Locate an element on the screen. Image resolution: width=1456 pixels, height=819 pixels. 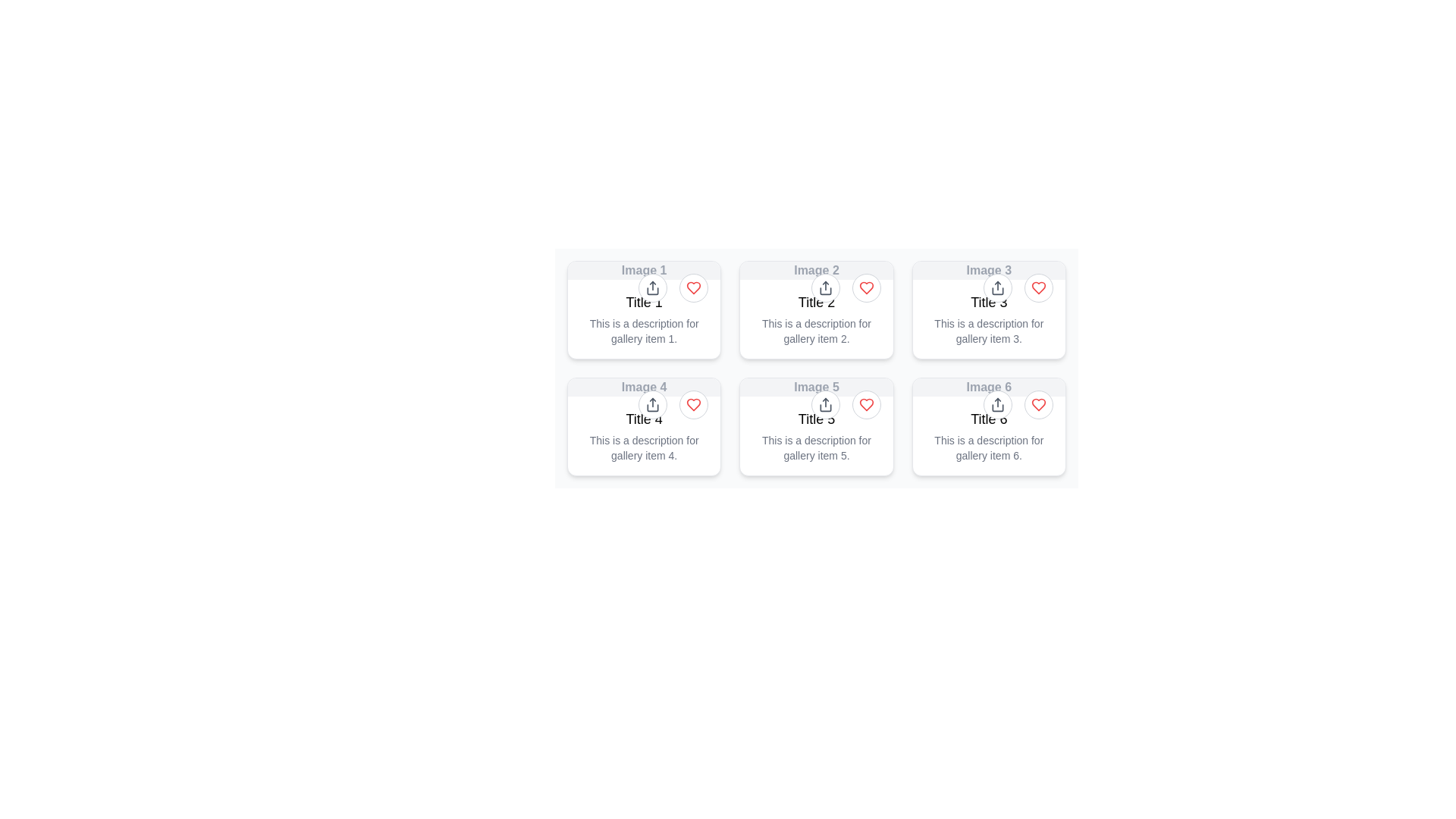
the share button located at the top-right corner of the card labeled 'Image 3 Title 3' is located at coordinates (997, 288).